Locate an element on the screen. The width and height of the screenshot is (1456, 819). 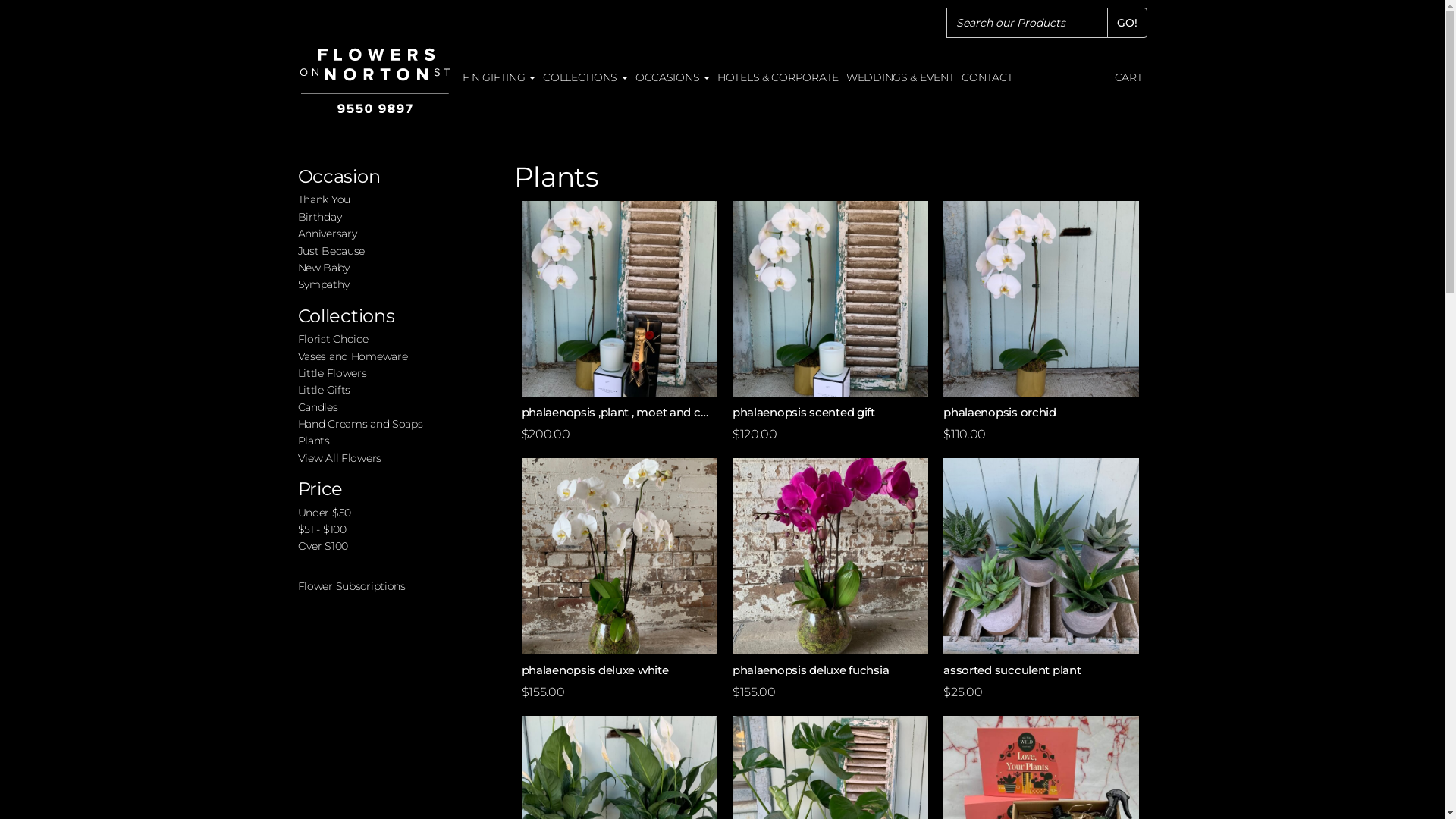
'CART' is located at coordinates (1128, 77).